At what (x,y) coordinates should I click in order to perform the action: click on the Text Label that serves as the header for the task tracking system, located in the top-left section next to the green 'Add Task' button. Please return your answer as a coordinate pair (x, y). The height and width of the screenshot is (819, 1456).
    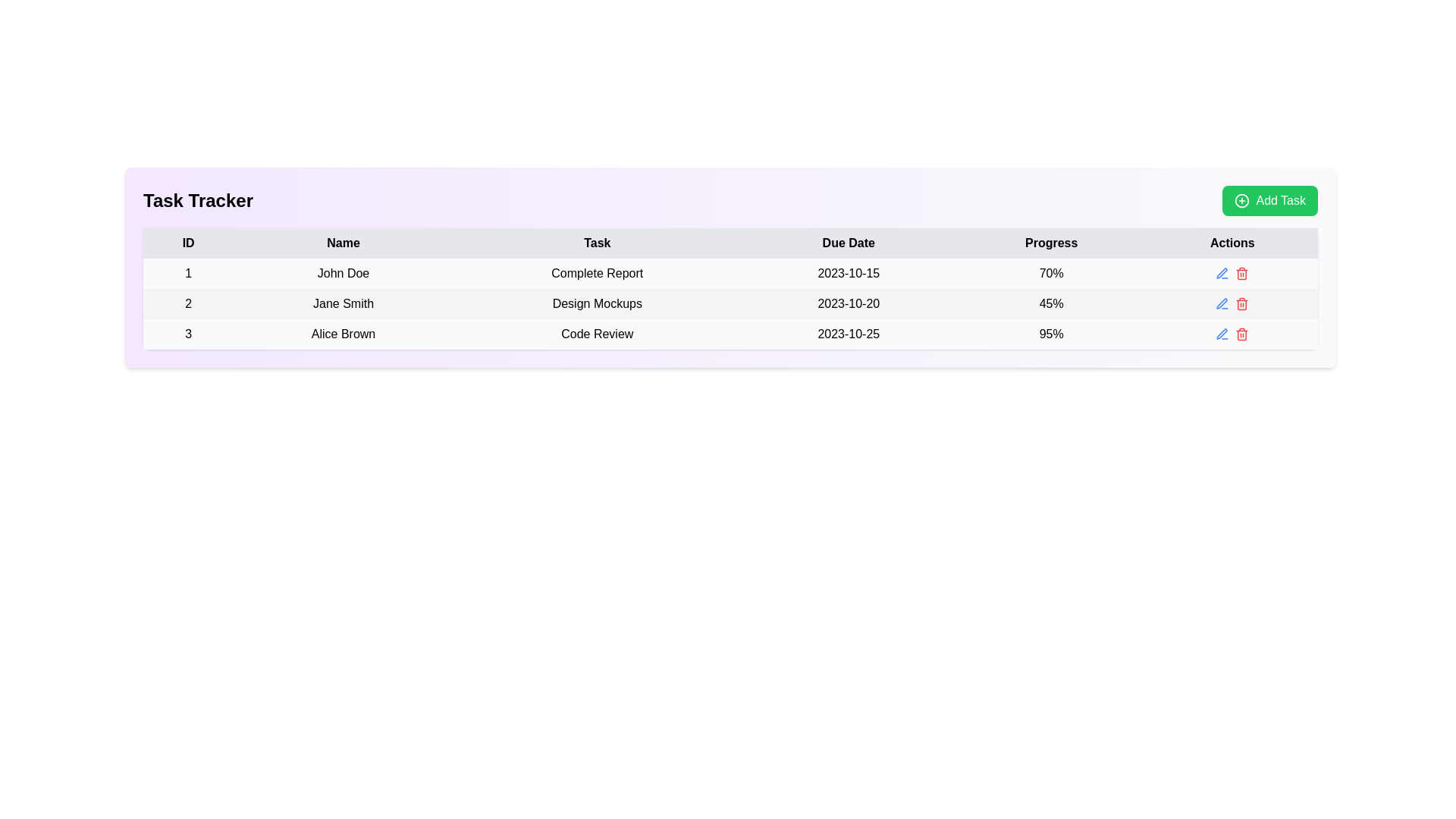
    Looking at the image, I should click on (197, 200).